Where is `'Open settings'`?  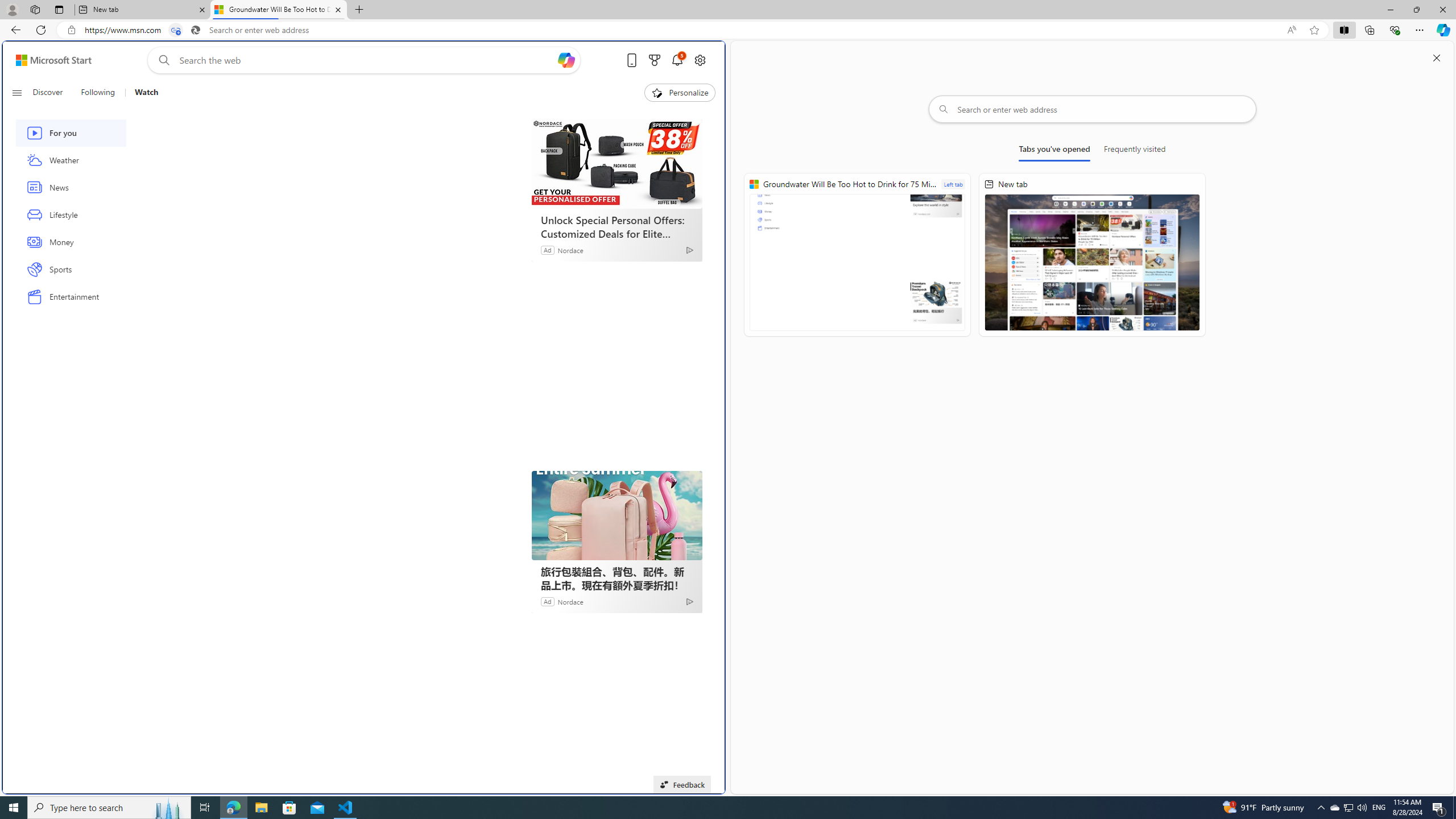 'Open settings' is located at coordinates (700, 60).